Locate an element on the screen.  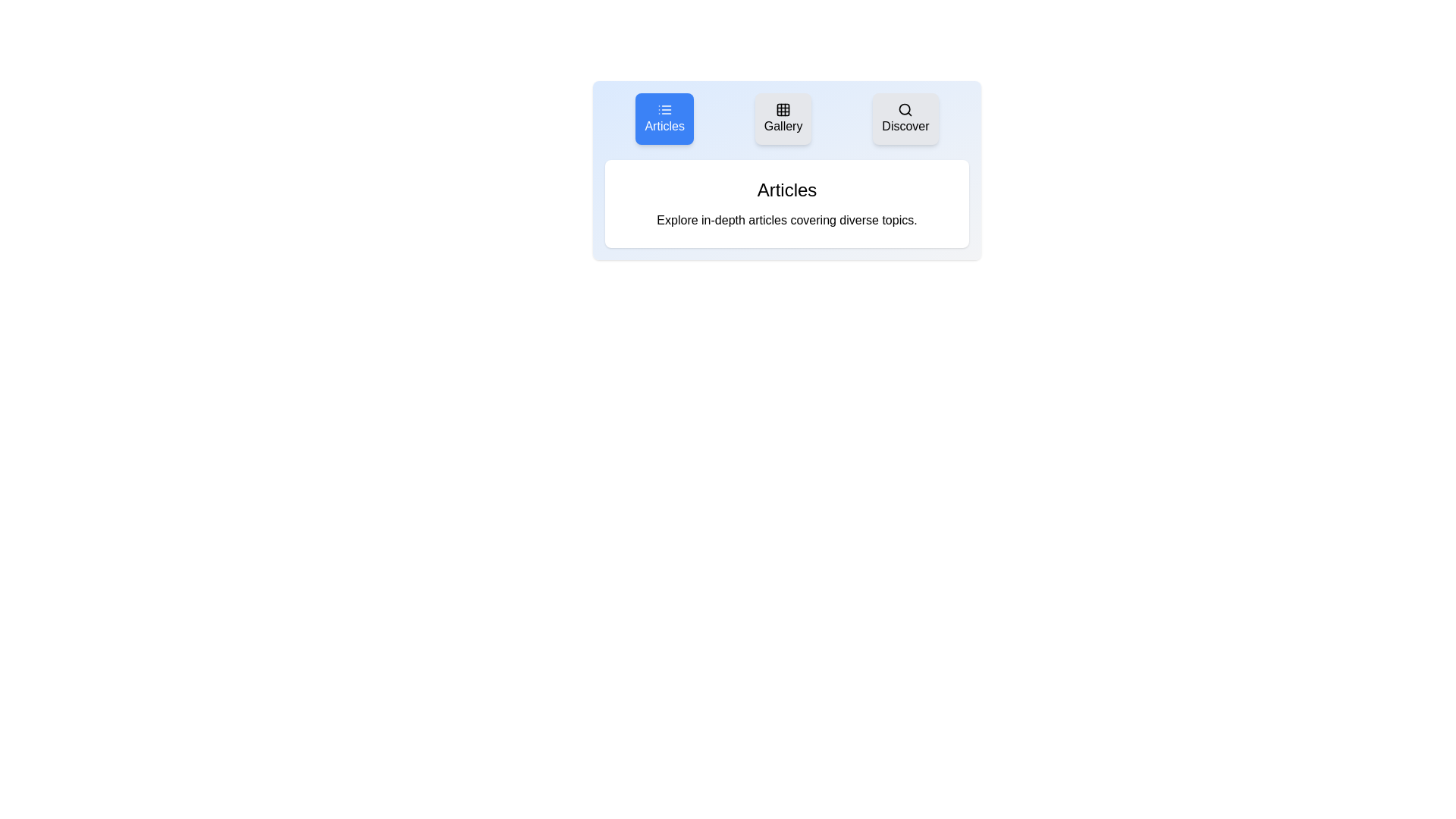
the tab labeled Discover to view its content is located at coordinates (905, 118).